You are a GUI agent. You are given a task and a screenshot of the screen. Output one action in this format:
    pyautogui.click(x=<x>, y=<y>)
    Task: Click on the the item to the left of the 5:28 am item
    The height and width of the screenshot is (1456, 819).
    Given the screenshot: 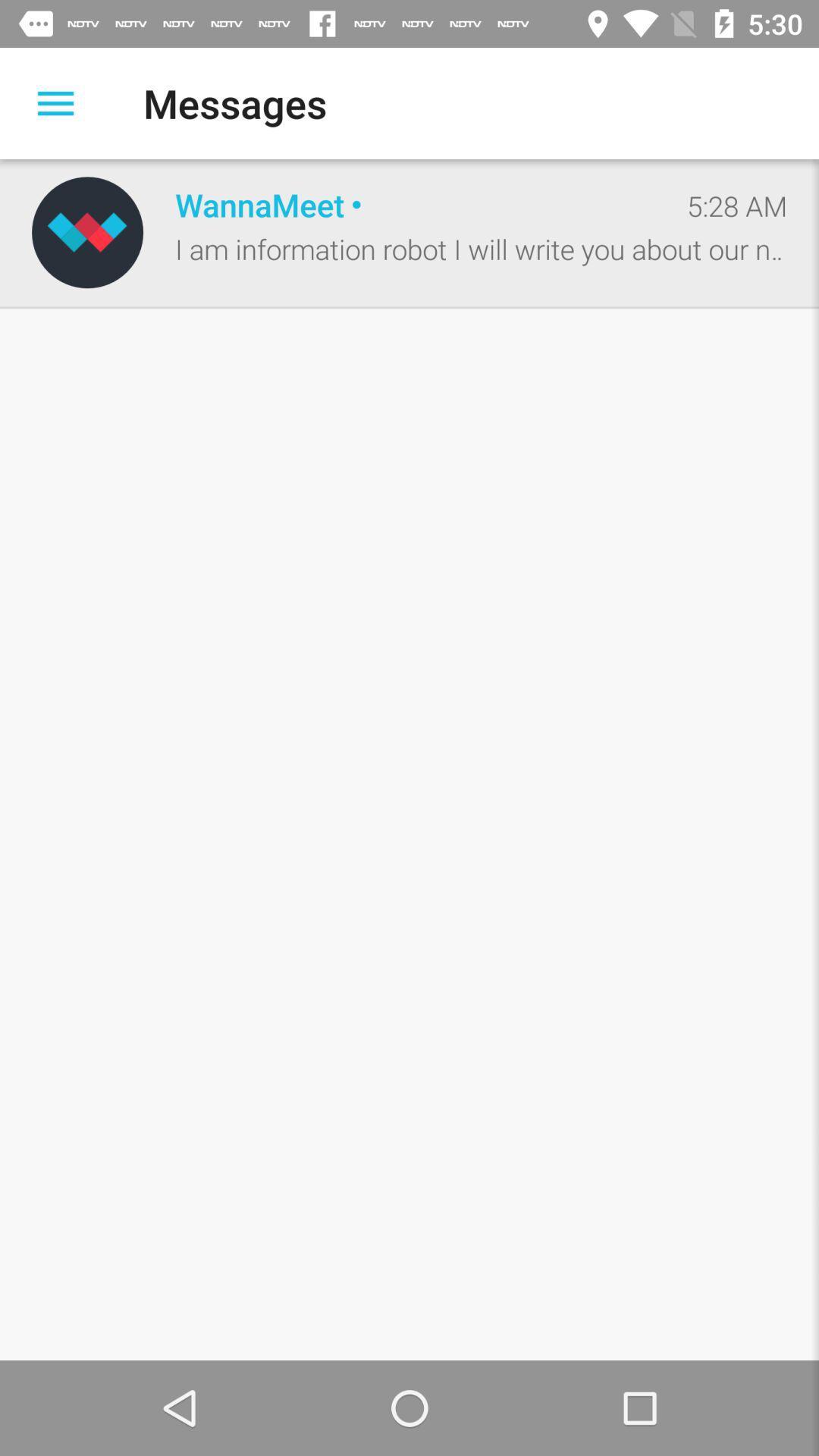 What is the action you would take?
    pyautogui.click(x=415, y=203)
    